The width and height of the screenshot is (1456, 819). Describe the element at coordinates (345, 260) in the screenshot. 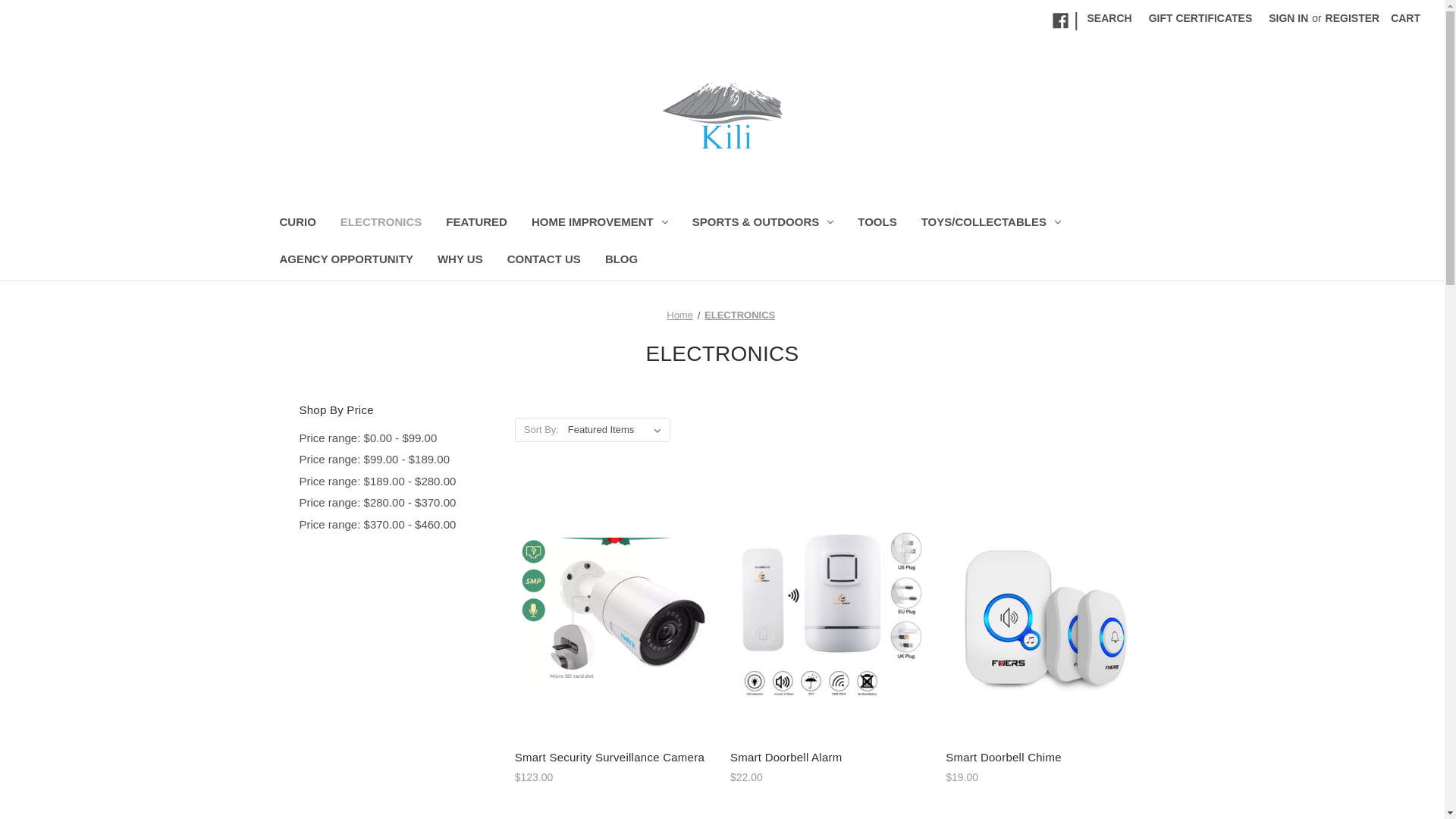

I see `'AGENCY OPPORTUNITY'` at that location.